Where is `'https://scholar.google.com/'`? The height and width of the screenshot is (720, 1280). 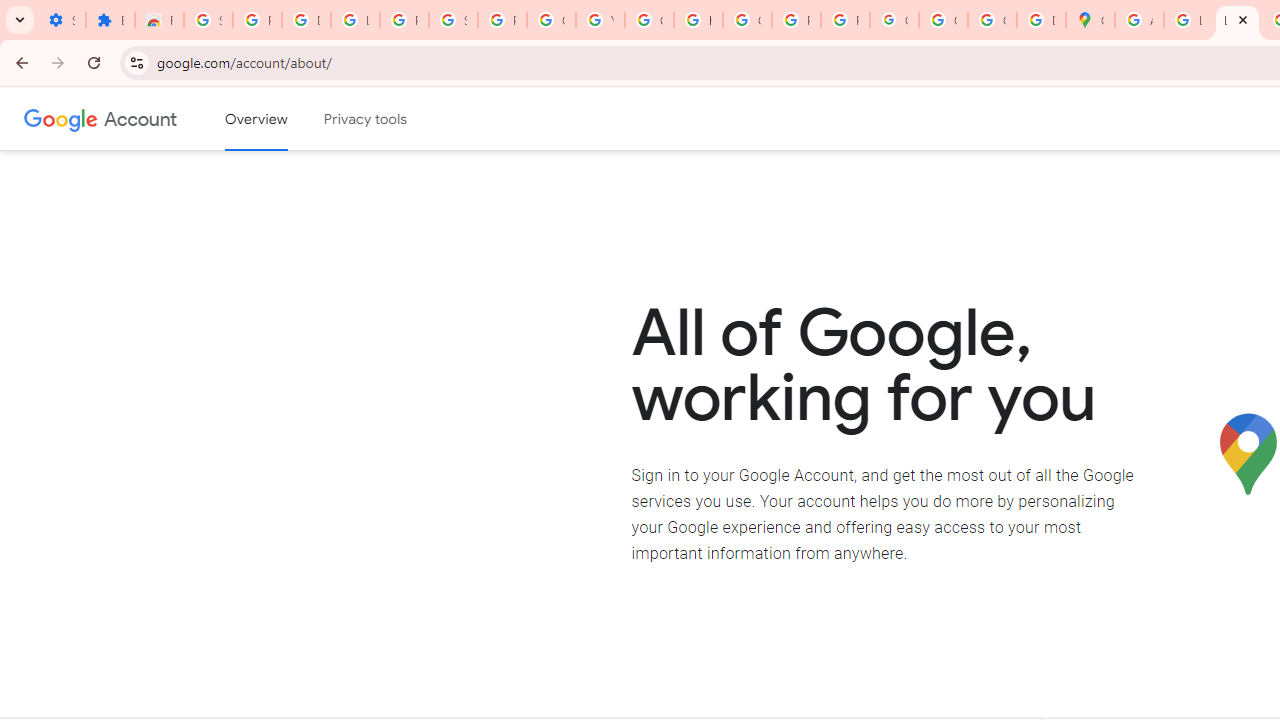 'https://scholar.google.com/' is located at coordinates (698, 20).